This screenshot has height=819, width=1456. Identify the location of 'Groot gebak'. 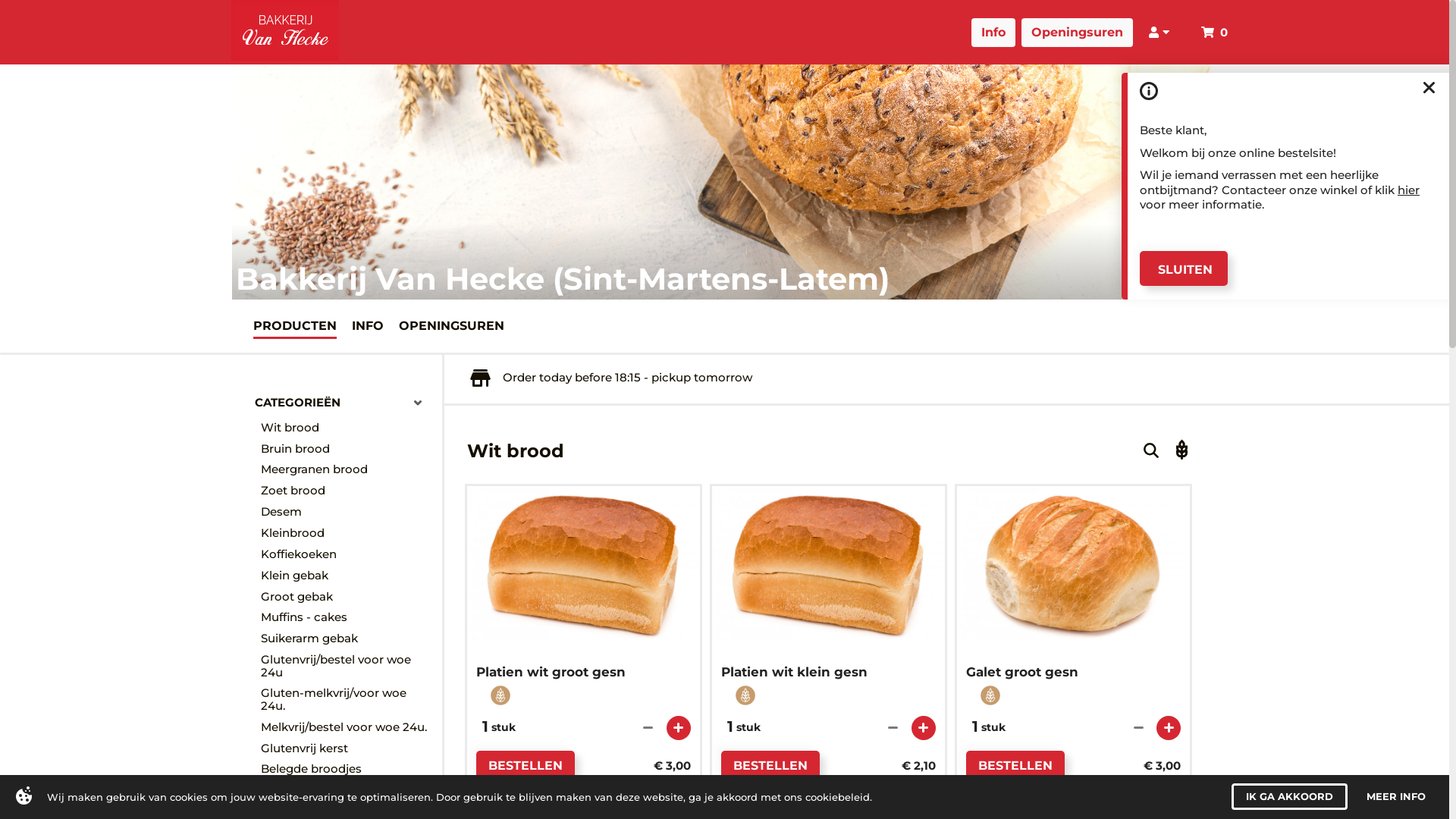
(346, 595).